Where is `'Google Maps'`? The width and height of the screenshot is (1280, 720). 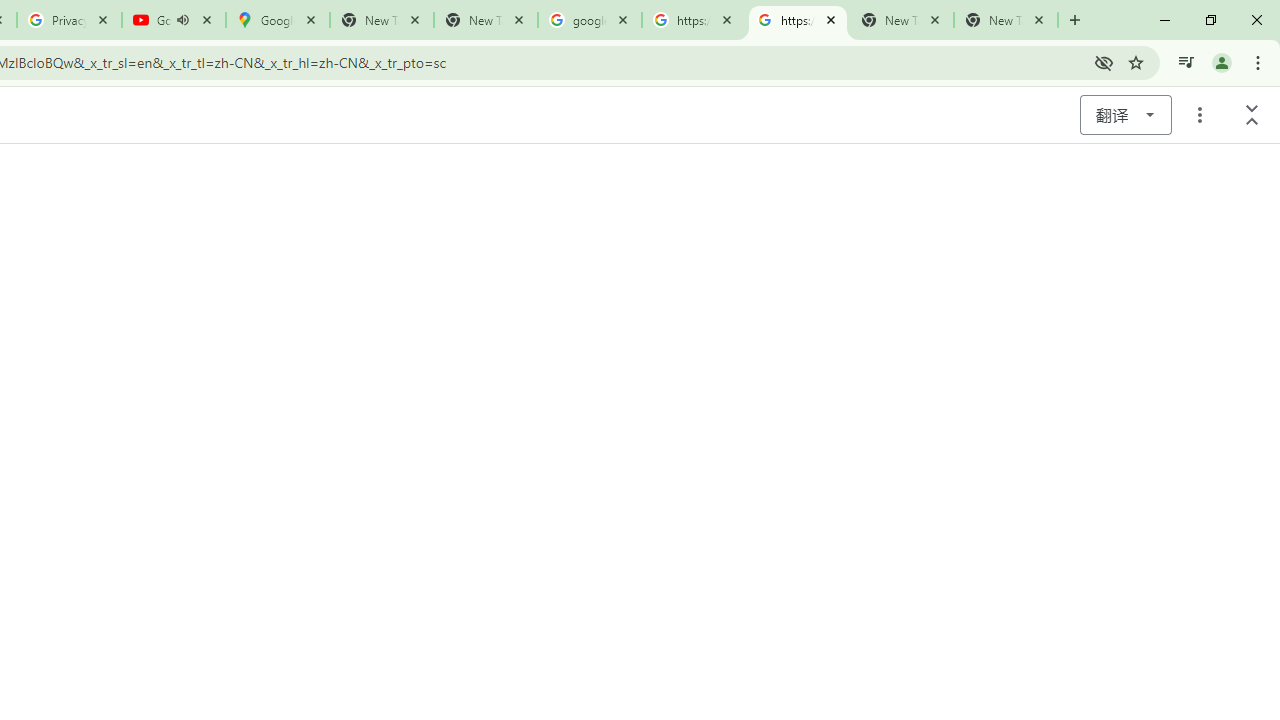 'Google Maps' is located at coordinates (277, 20).